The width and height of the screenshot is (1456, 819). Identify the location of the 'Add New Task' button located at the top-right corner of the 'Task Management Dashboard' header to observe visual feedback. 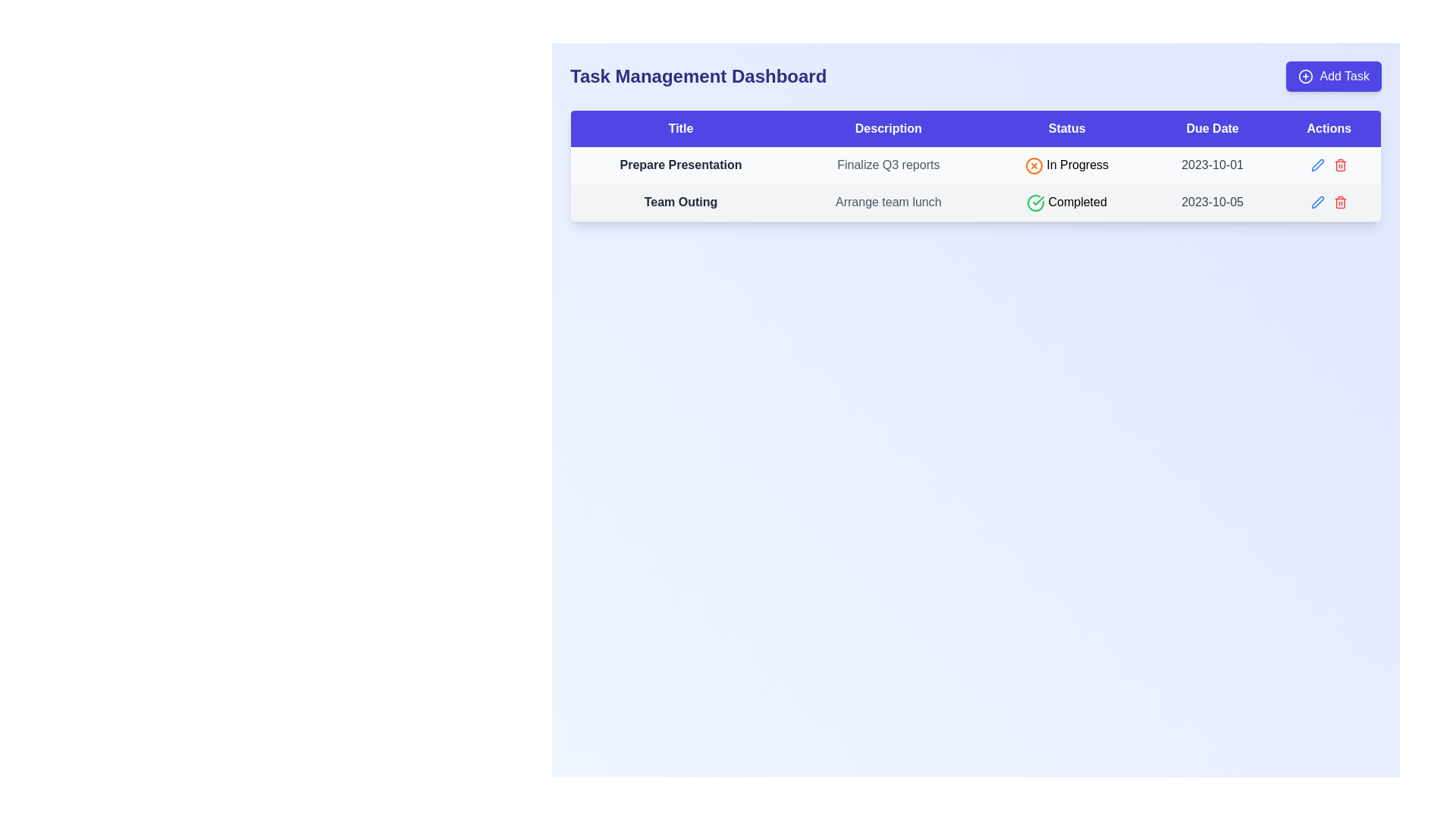
(1333, 76).